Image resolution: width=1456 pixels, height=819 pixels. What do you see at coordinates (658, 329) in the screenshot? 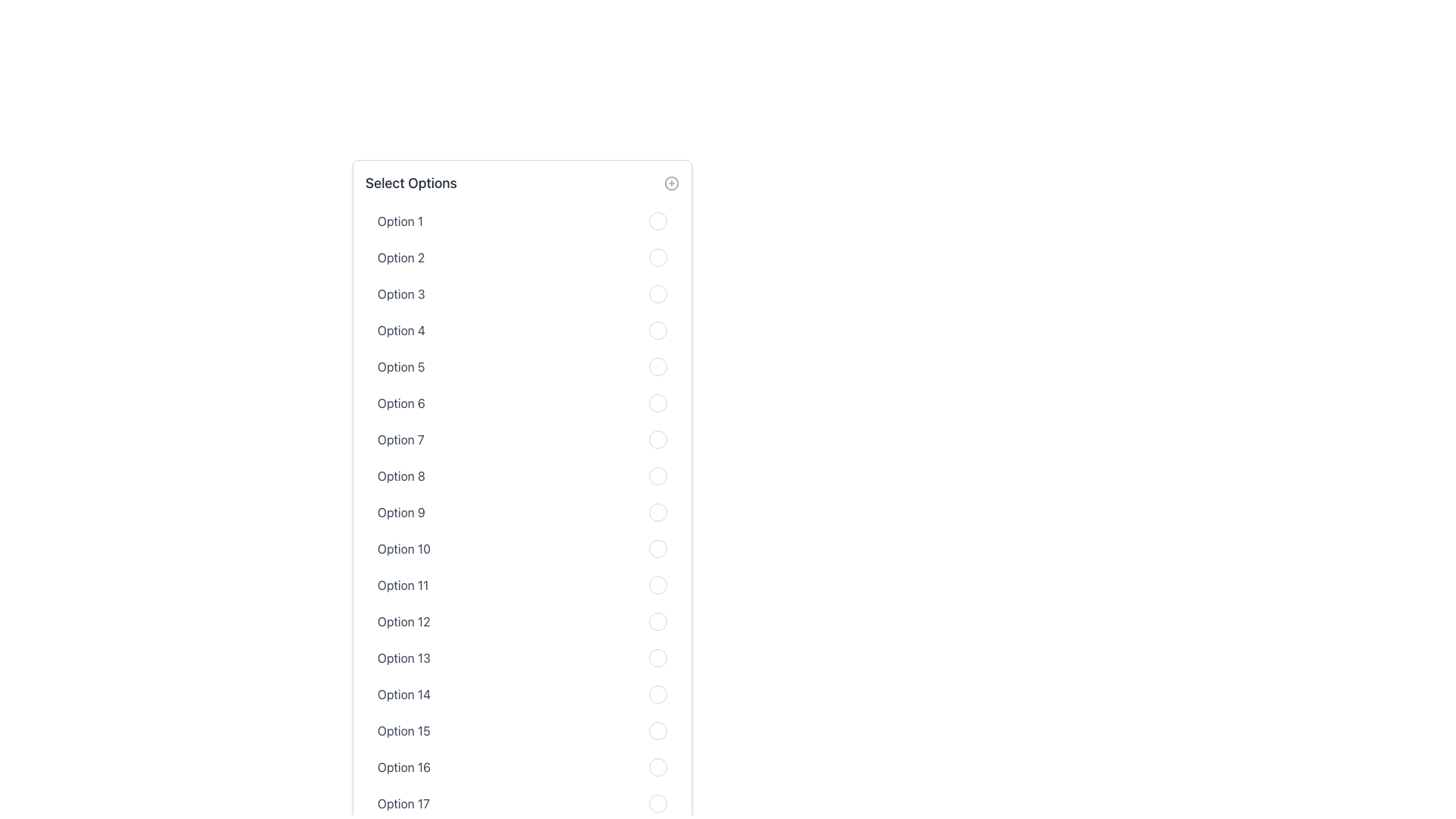
I see `the circular radio button with a gray outline located to the right of the text 'Option 4'` at bounding box center [658, 329].